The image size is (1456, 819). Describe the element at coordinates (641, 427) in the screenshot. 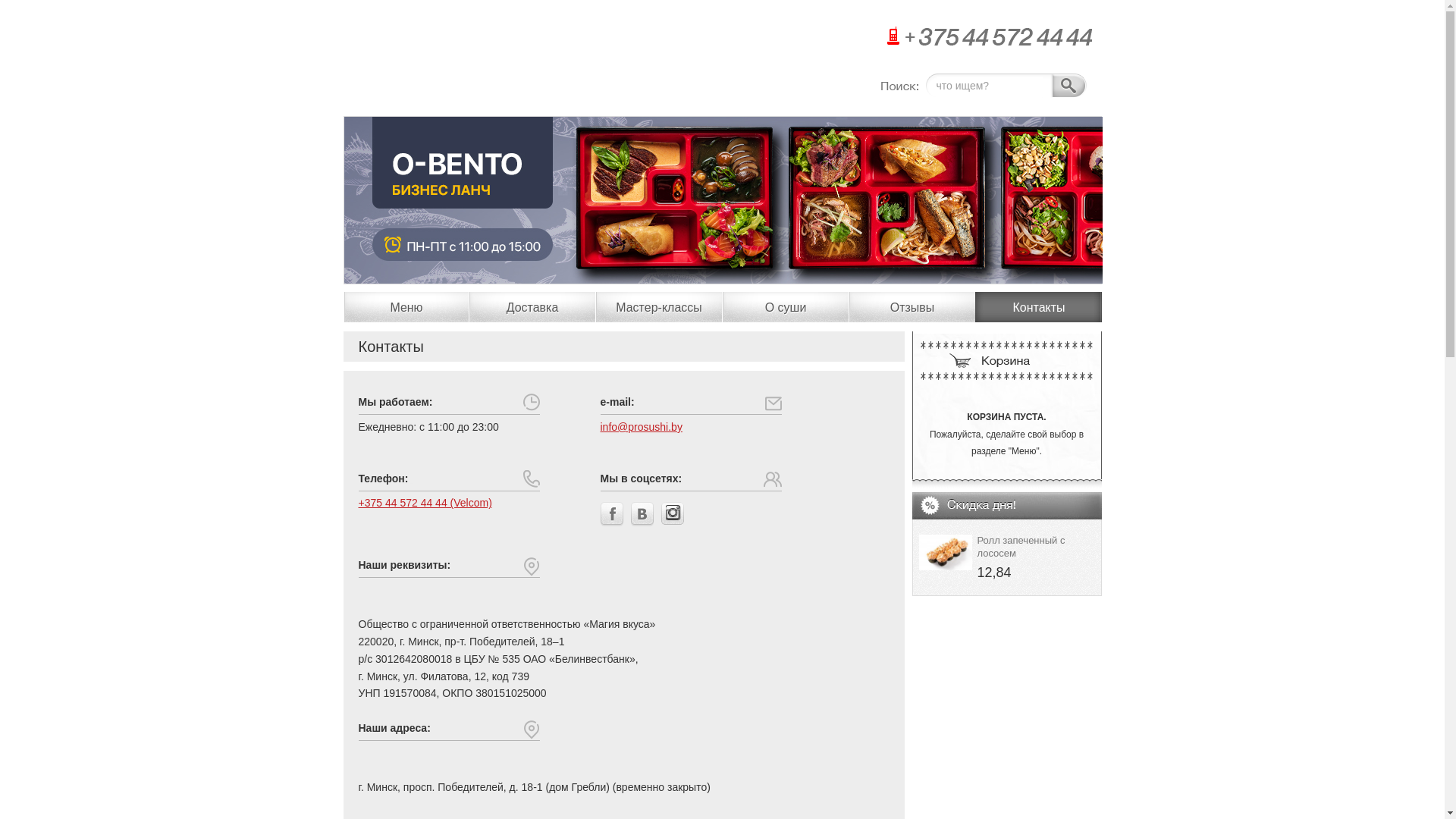

I see `'info@prosushi.by'` at that location.